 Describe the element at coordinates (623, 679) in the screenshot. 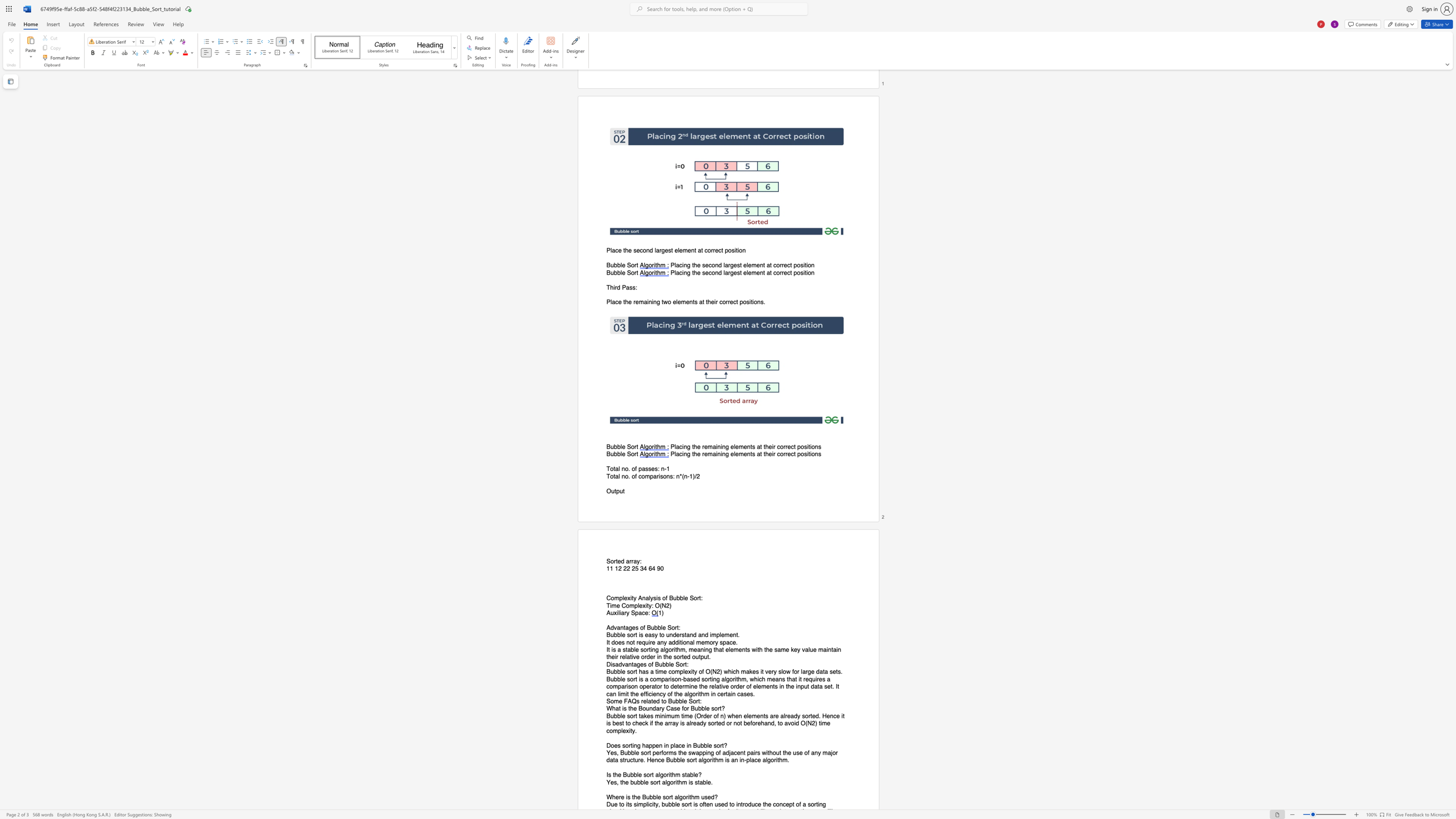

I see `the 1th character "e" in the text` at that location.